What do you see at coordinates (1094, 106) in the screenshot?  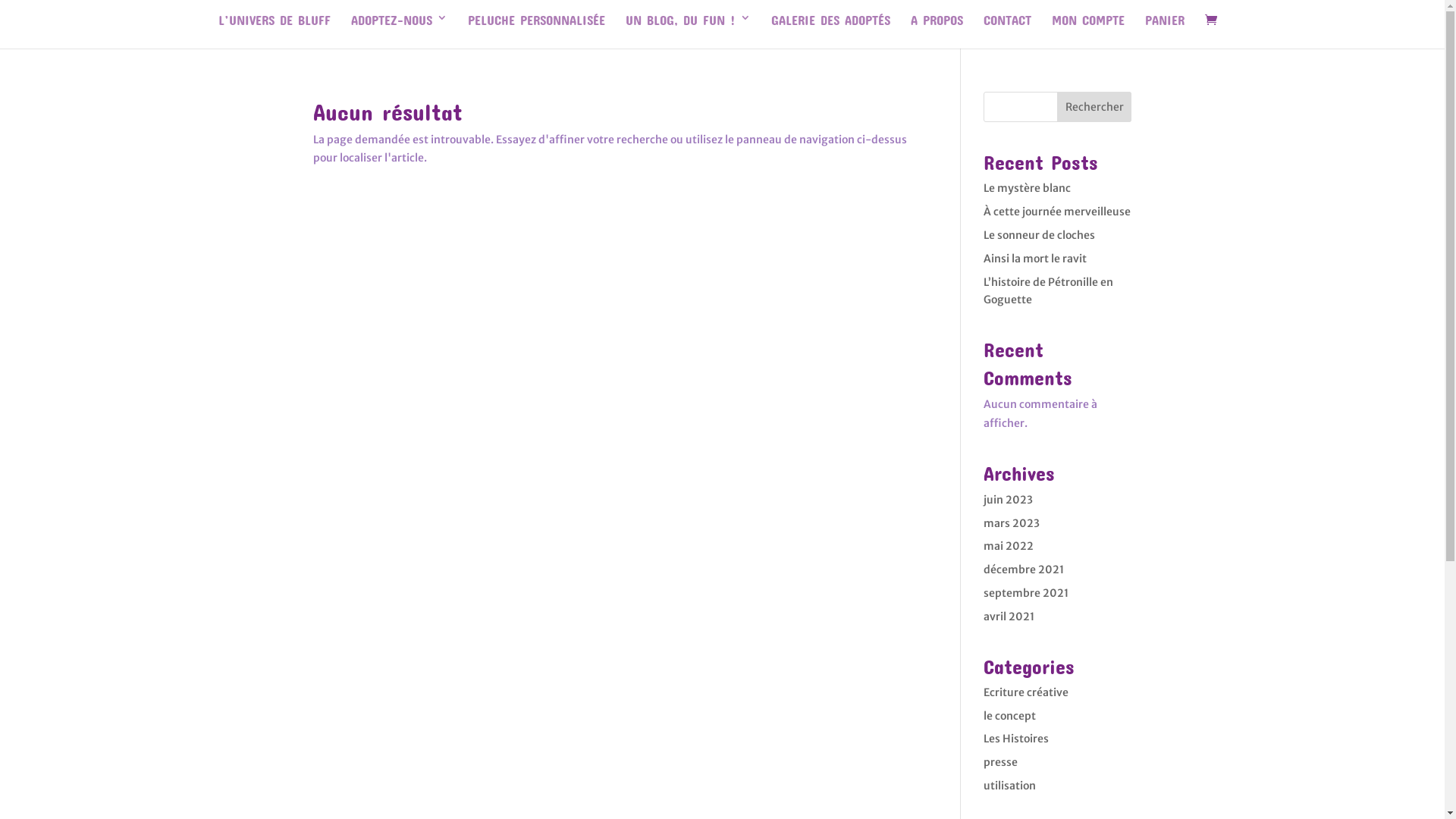 I see `'Rechercher'` at bounding box center [1094, 106].